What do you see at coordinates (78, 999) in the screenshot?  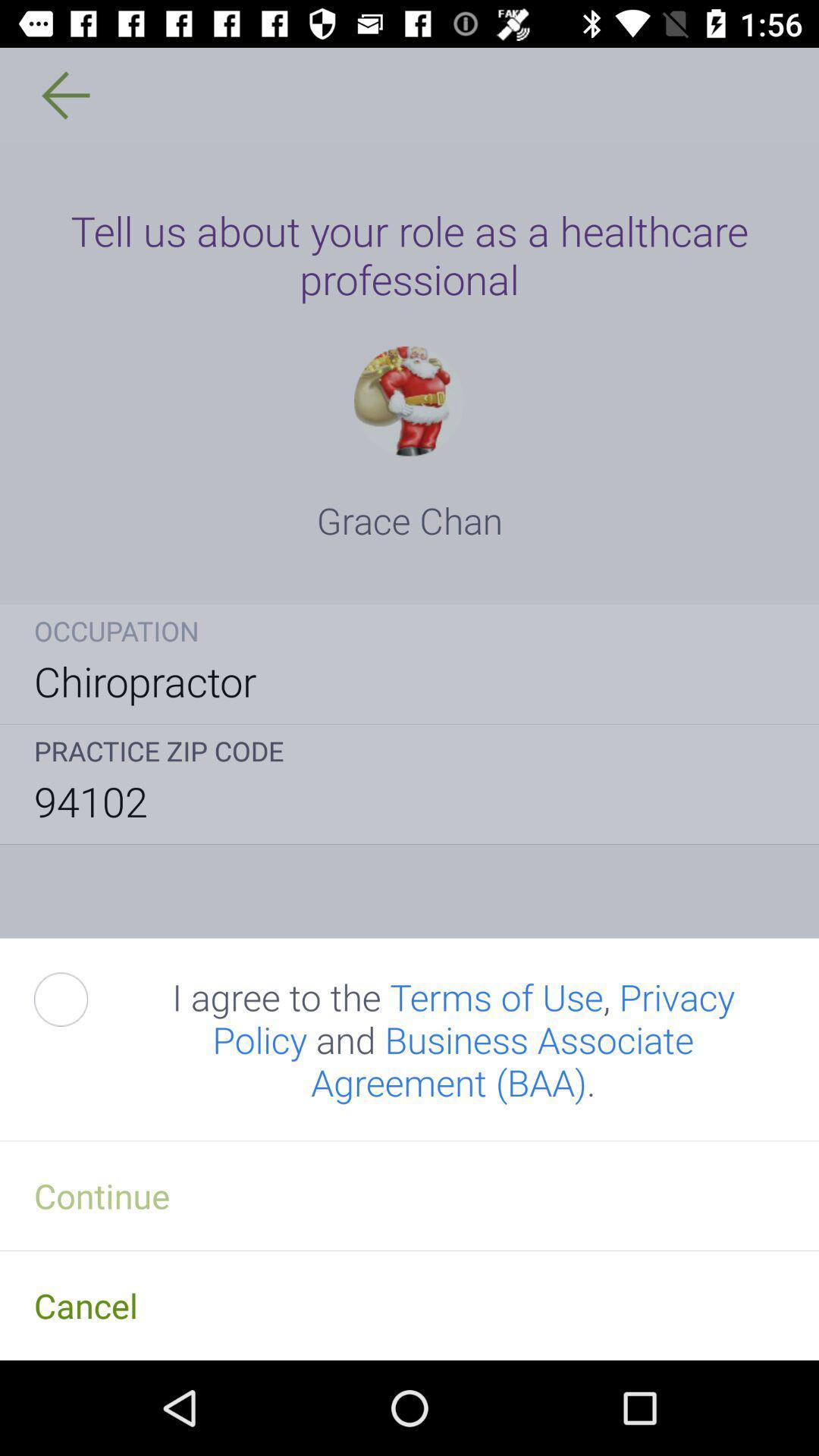 I see `item next to the i agree to` at bounding box center [78, 999].